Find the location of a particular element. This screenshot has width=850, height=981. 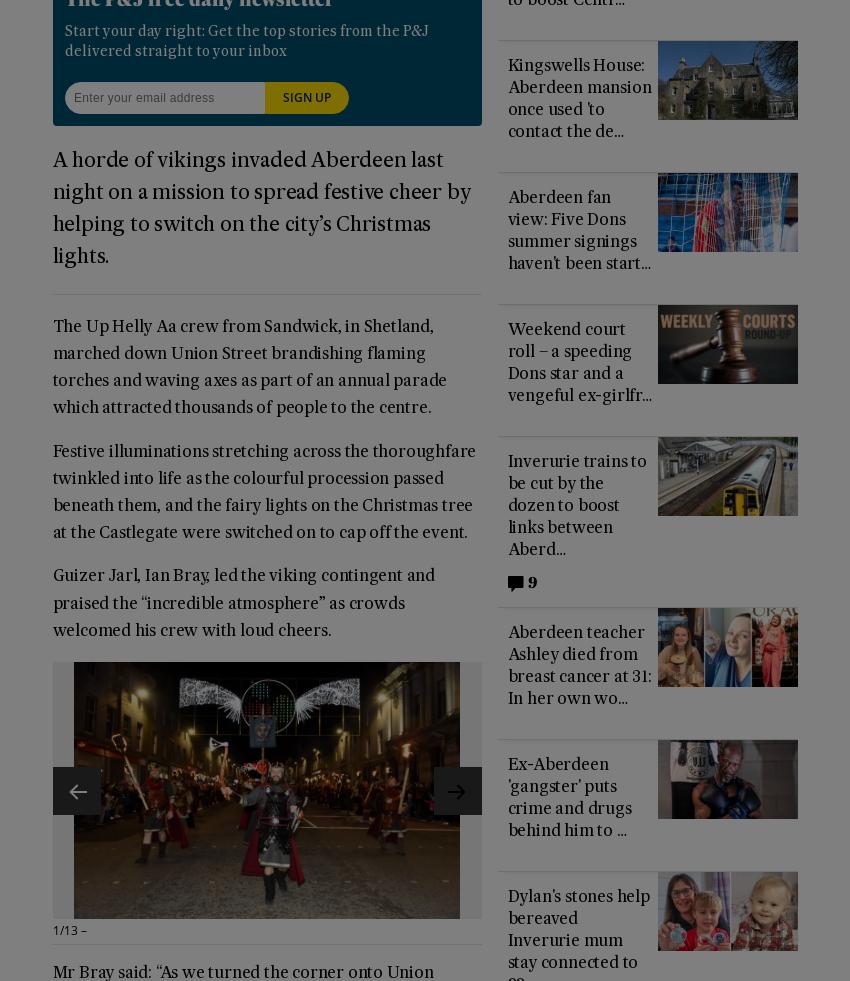

'Ex-Aberdeen 'gangster' puts crime and drugs behind him to …' is located at coordinates (568, 798).